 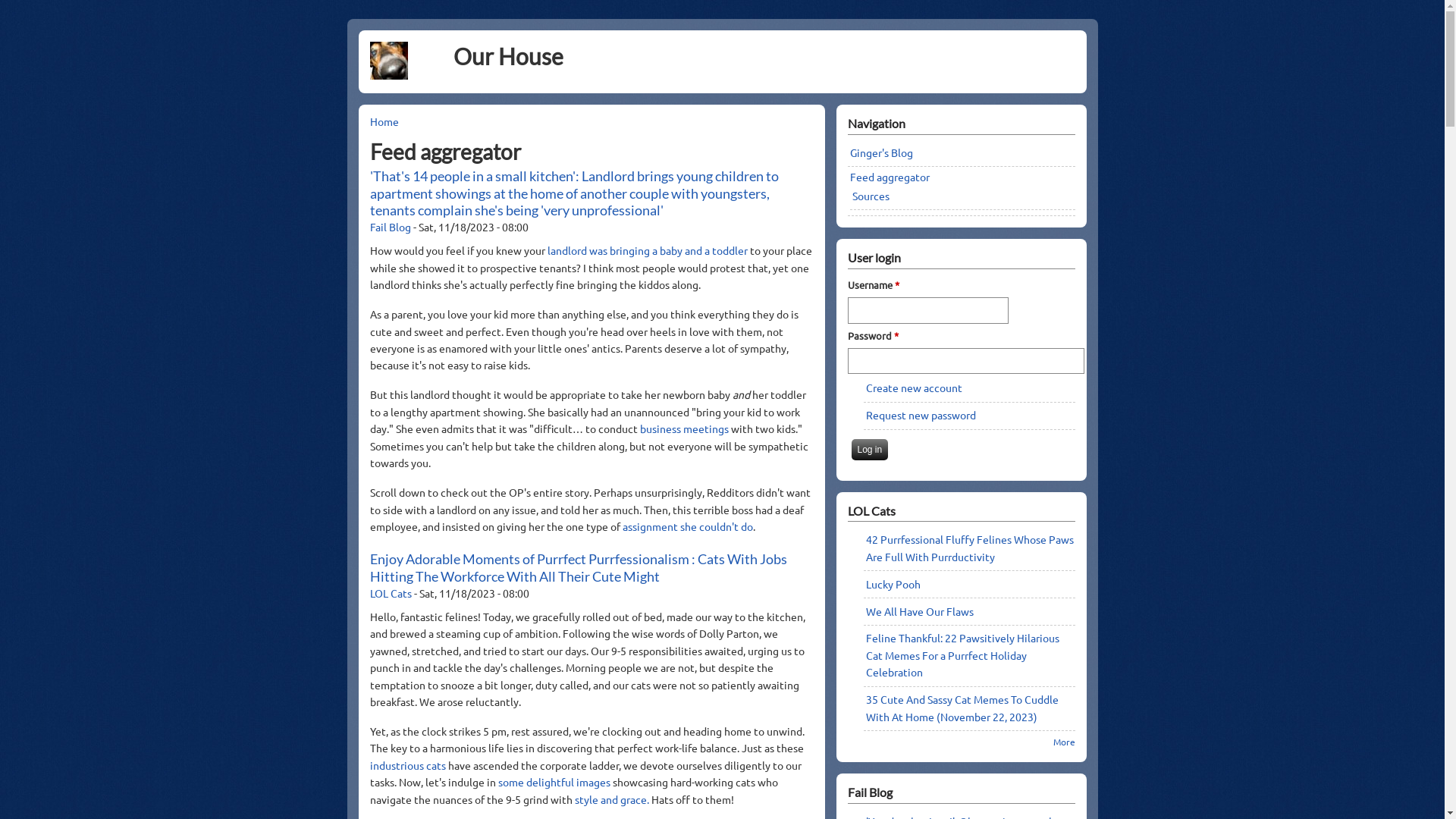 What do you see at coordinates (1062, 741) in the screenshot?
I see `'More'` at bounding box center [1062, 741].